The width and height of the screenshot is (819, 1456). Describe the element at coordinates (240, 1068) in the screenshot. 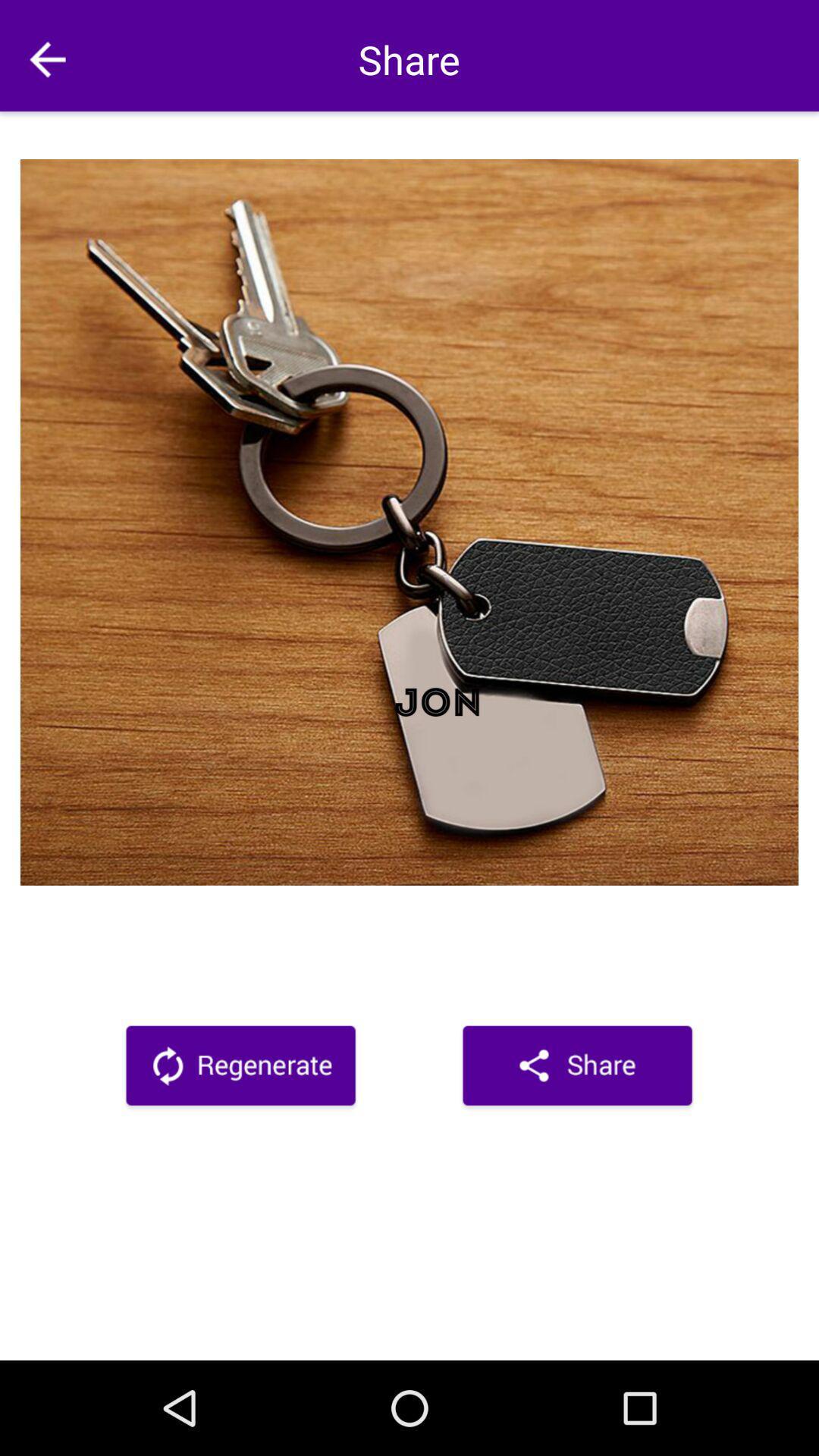

I see `refresh picture` at that location.